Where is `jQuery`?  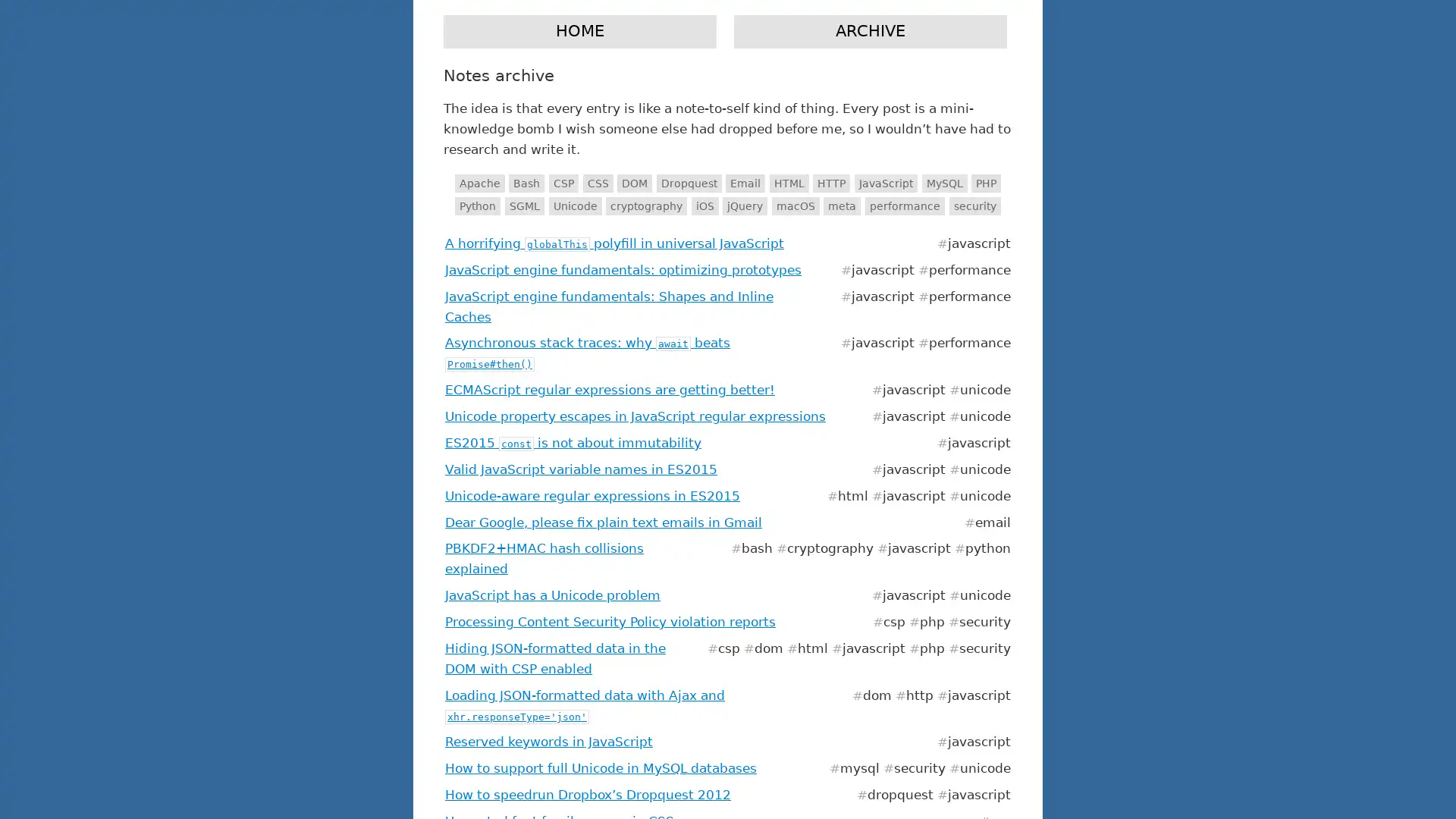 jQuery is located at coordinates (745, 206).